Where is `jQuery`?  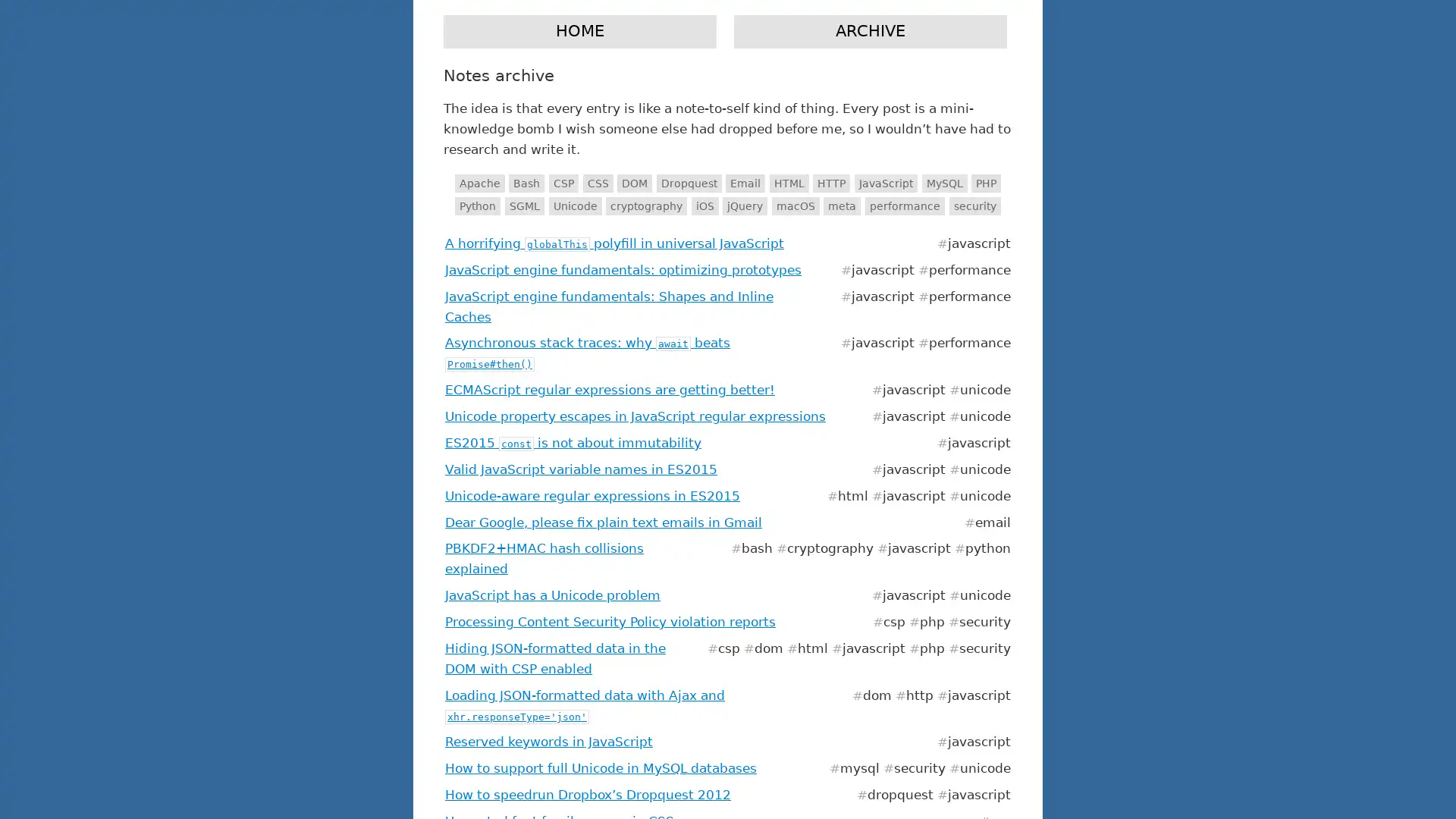 jQuery is located at coordinates (745, 206).